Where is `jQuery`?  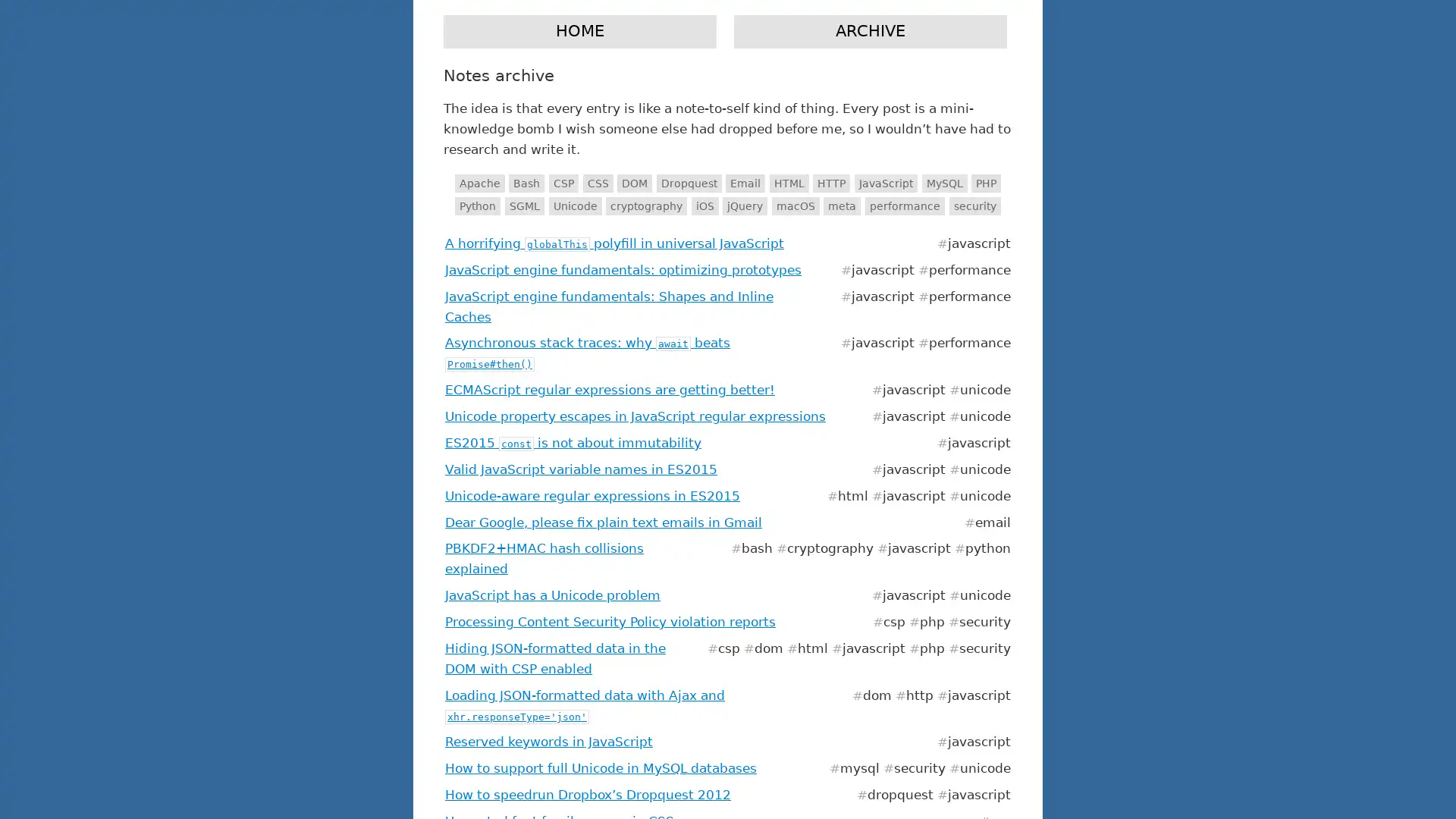 jQuery is located at coordinates (745, 206).